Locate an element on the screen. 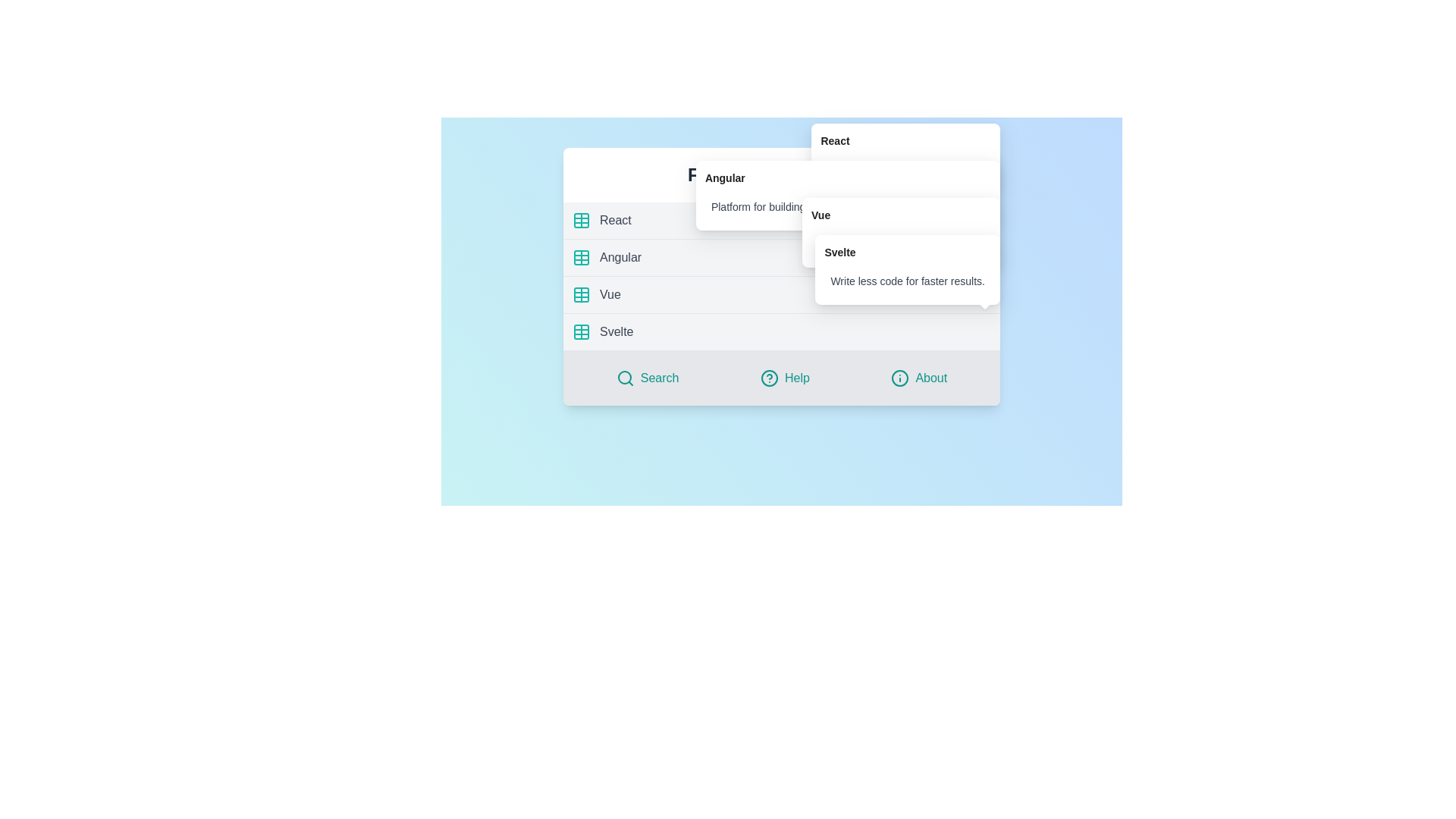 This screenshot has width=1456, height=819. the search function icon located to the left of the text 'Search' in the bottom center navigation section is located at coordinates (625, 377).